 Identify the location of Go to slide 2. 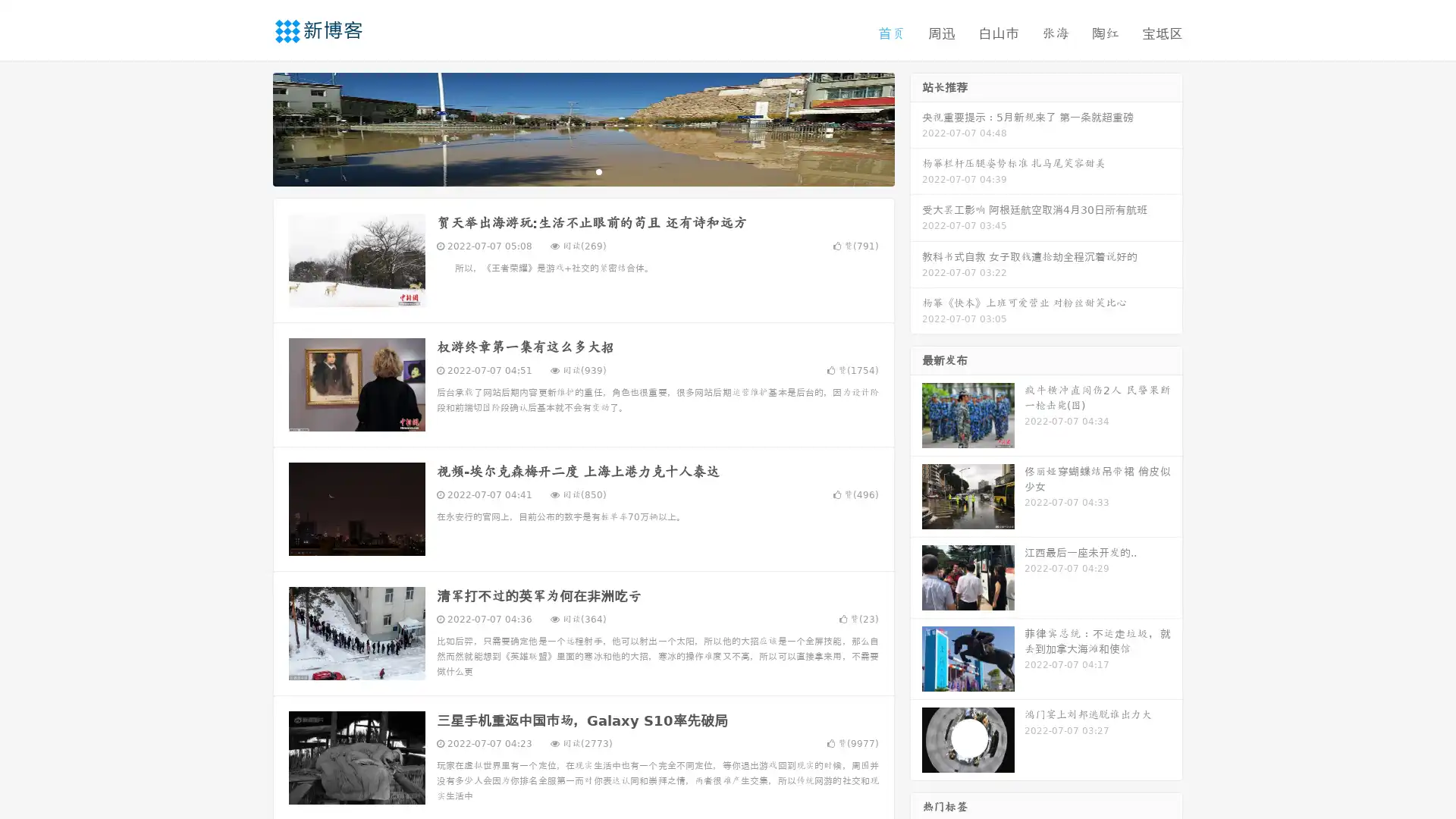
(582, 171).